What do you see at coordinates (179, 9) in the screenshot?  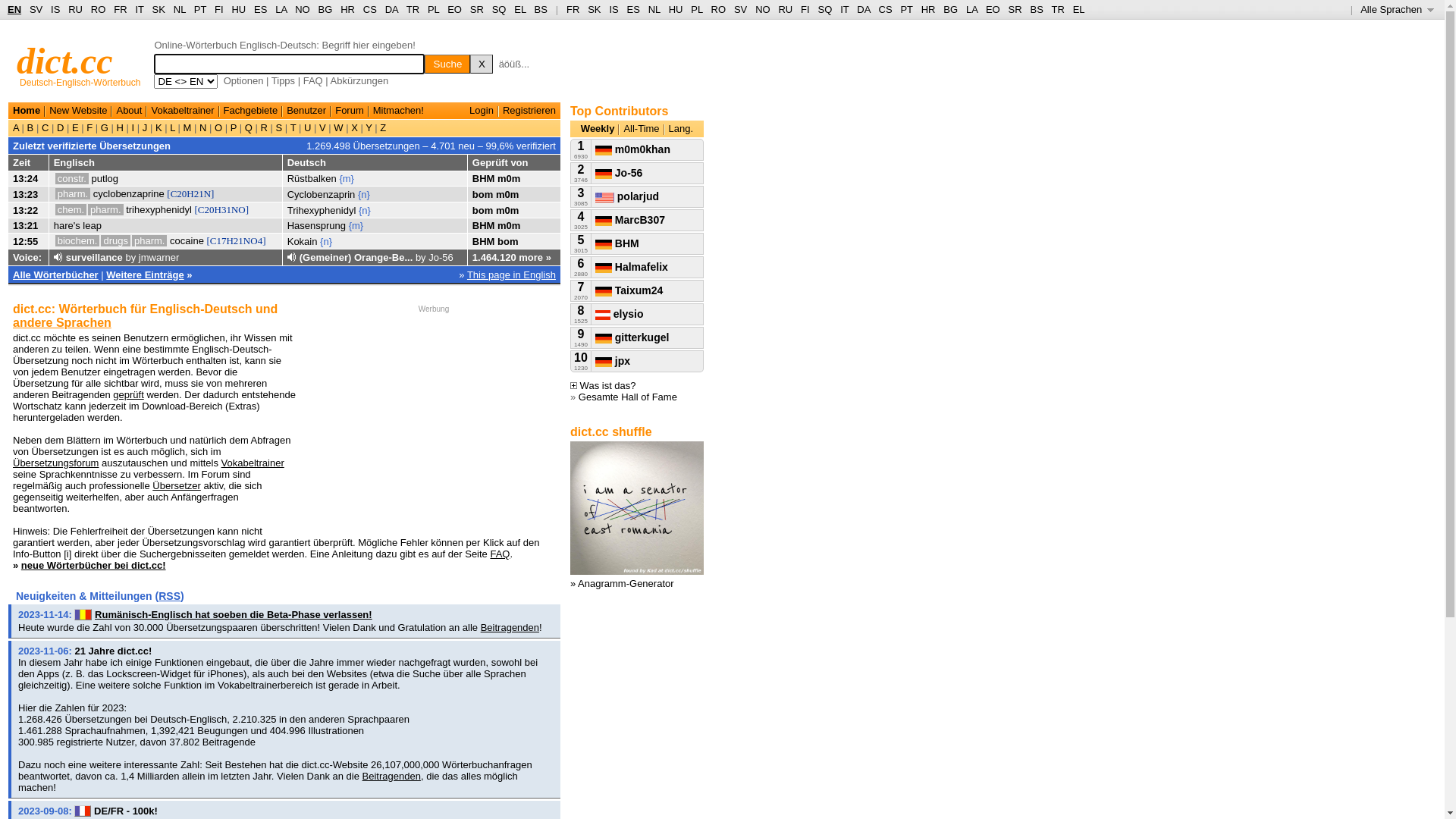 I see `'NL'` at bounding box center [179, 9].